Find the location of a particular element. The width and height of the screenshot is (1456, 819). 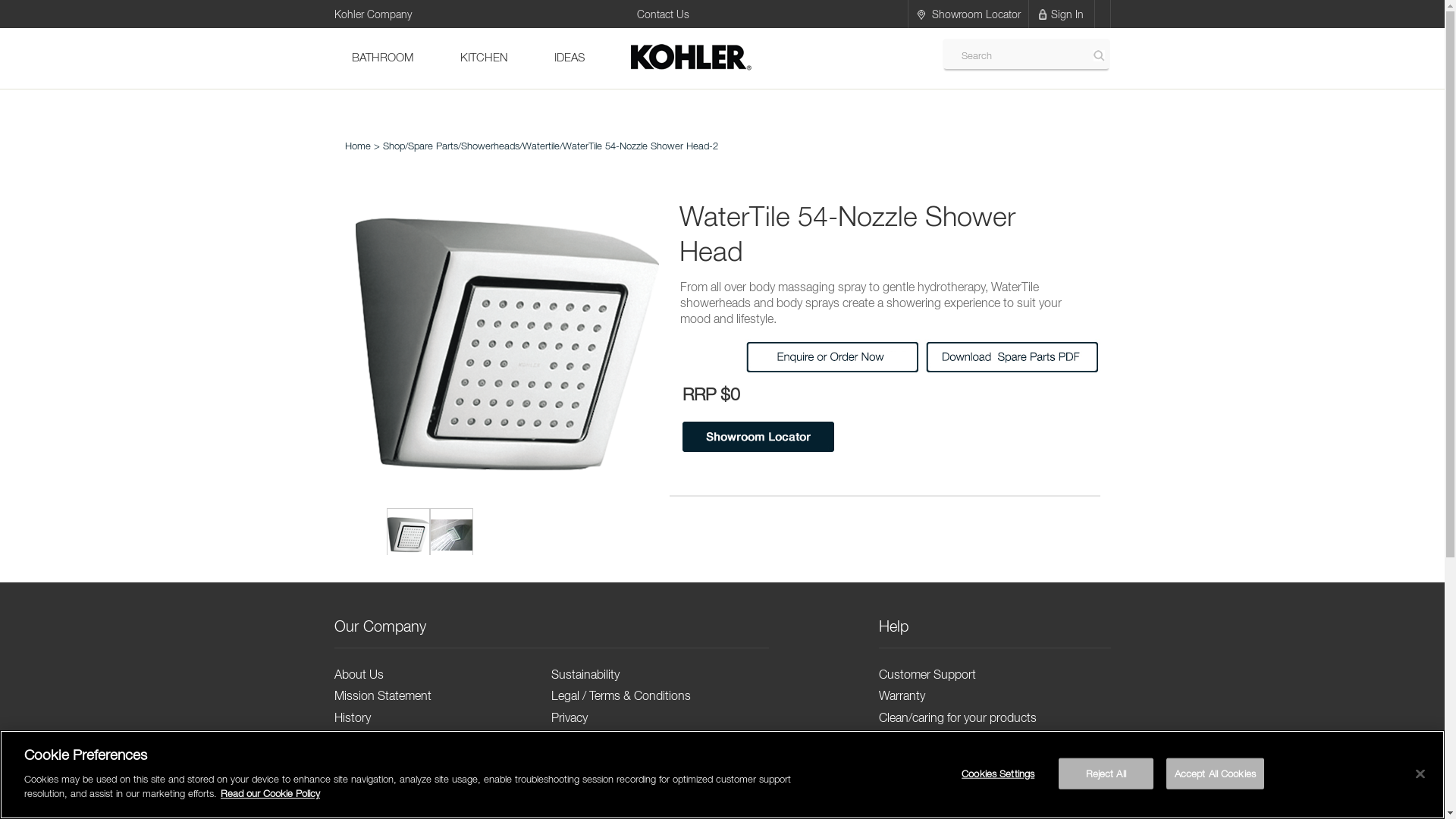

'KITCHEN' is located at coordinates (483, 58).